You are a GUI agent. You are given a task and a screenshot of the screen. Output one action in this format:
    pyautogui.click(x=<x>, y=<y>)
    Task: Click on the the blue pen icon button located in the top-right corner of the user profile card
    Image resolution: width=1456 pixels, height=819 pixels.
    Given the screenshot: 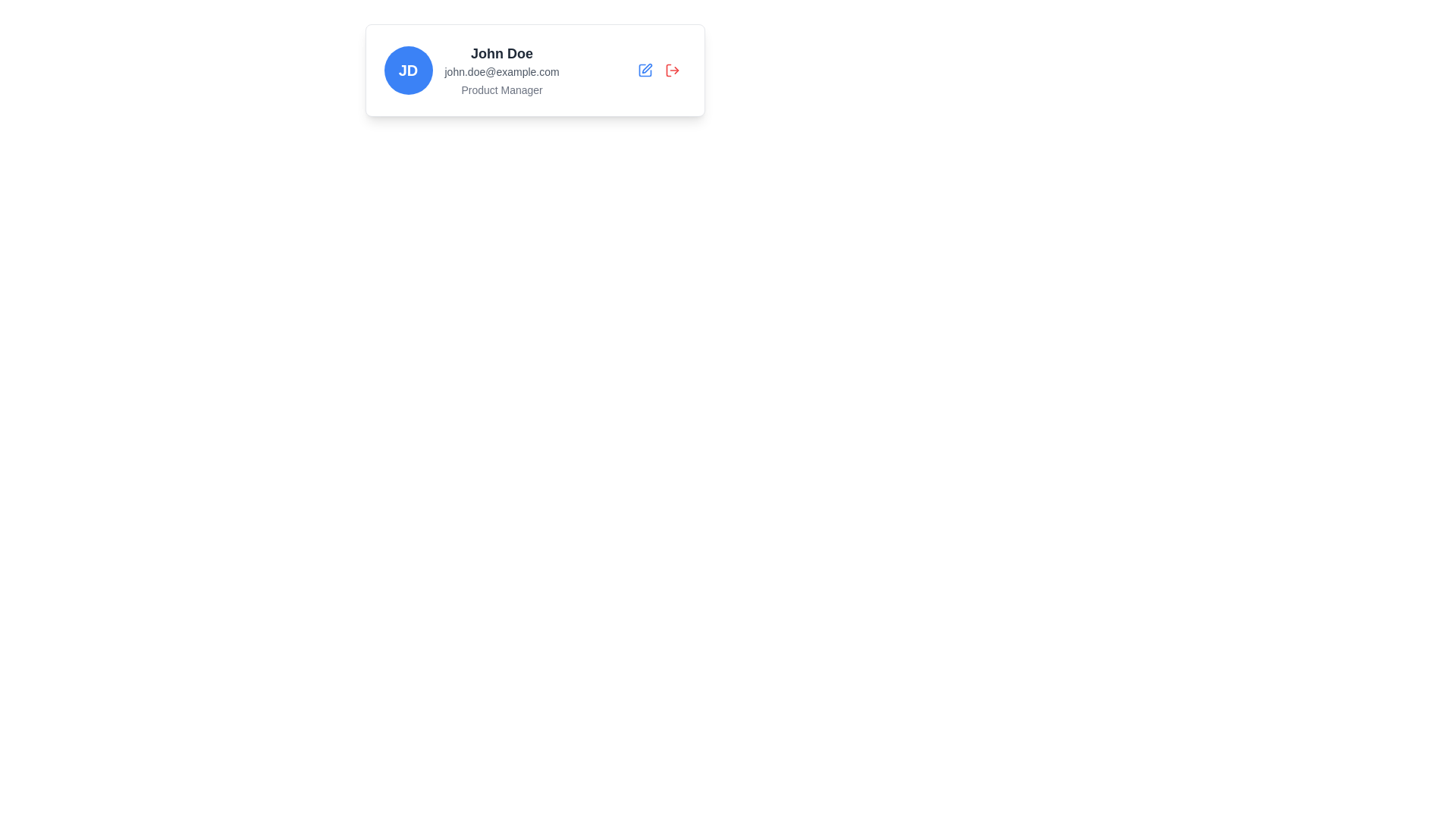 What is the action you would take?
    pyautogui.click(x=645, y=70)
    